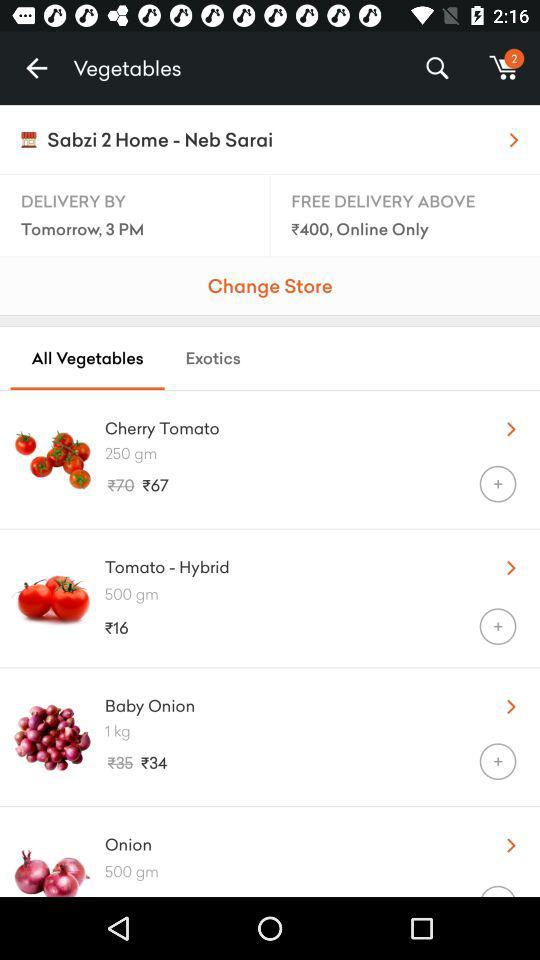 Image resolution: width=540 pixels, height=960 pixels. I want to click on the item below 500 gm item, so click(496, 890).